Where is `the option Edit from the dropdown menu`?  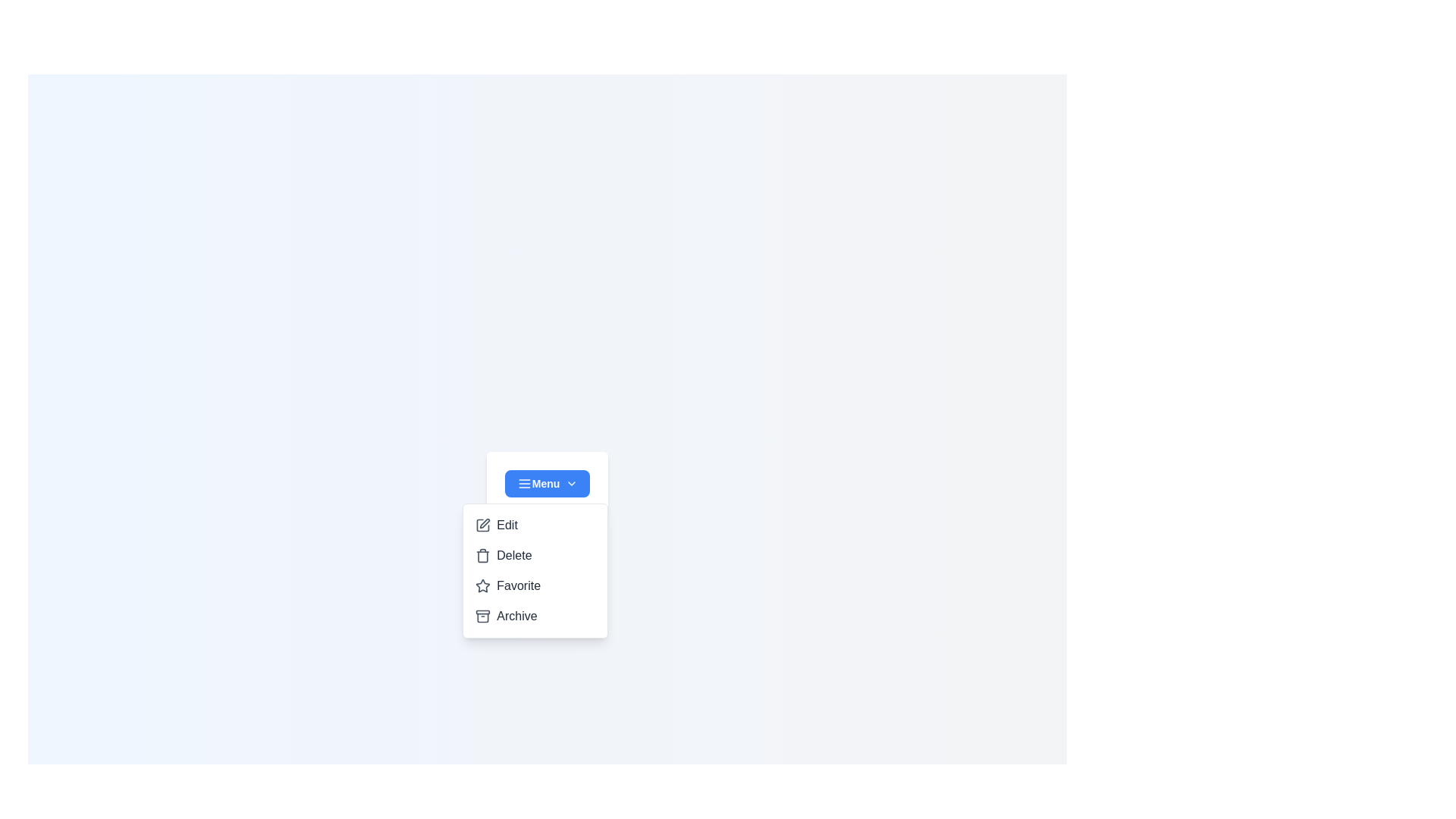
the option Edit from the dropdown menu is located at coordinates (535, 525).